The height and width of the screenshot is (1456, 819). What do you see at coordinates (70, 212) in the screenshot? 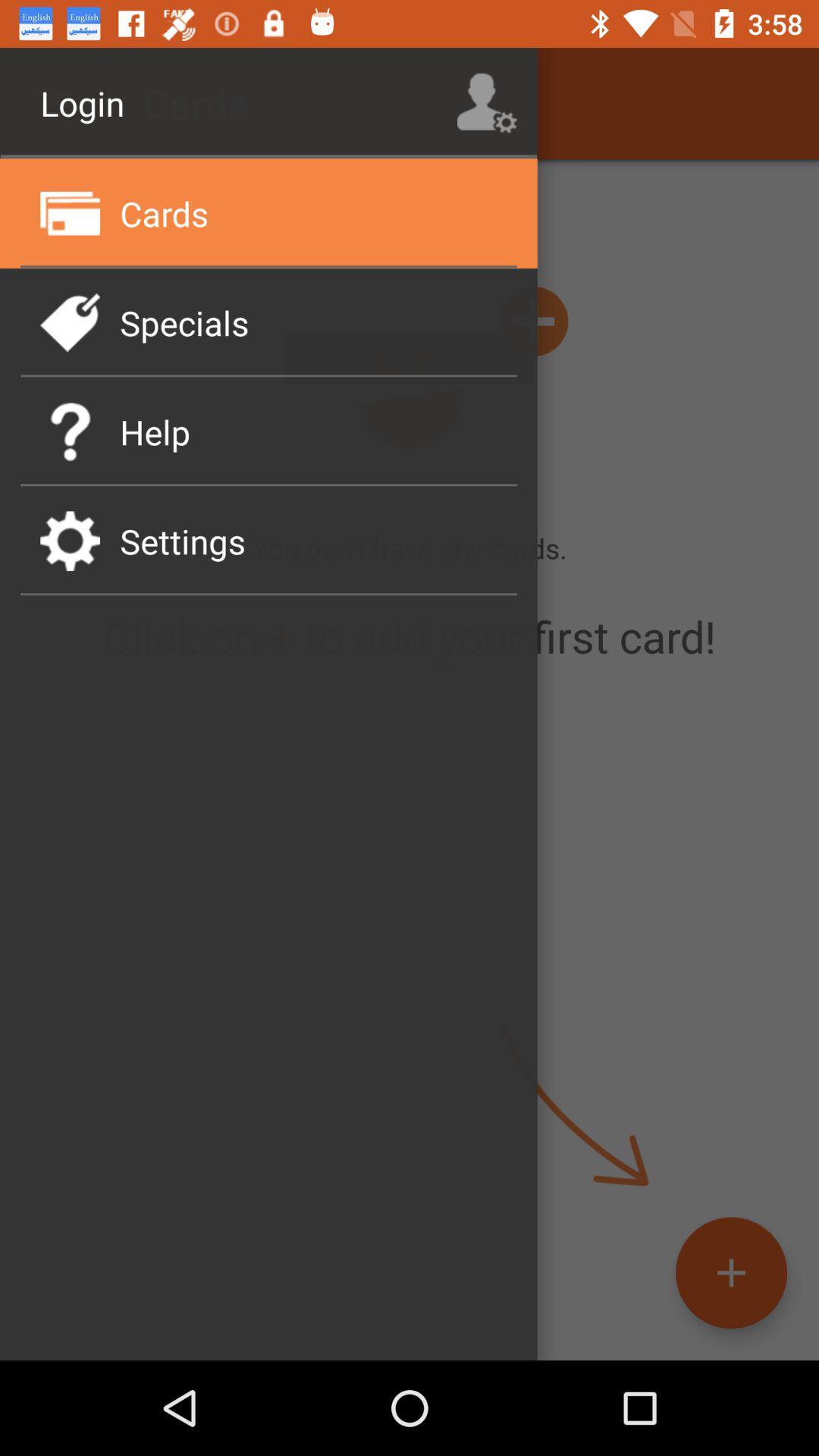
I see `the icon beside cards` at bounding box center [70, 212].